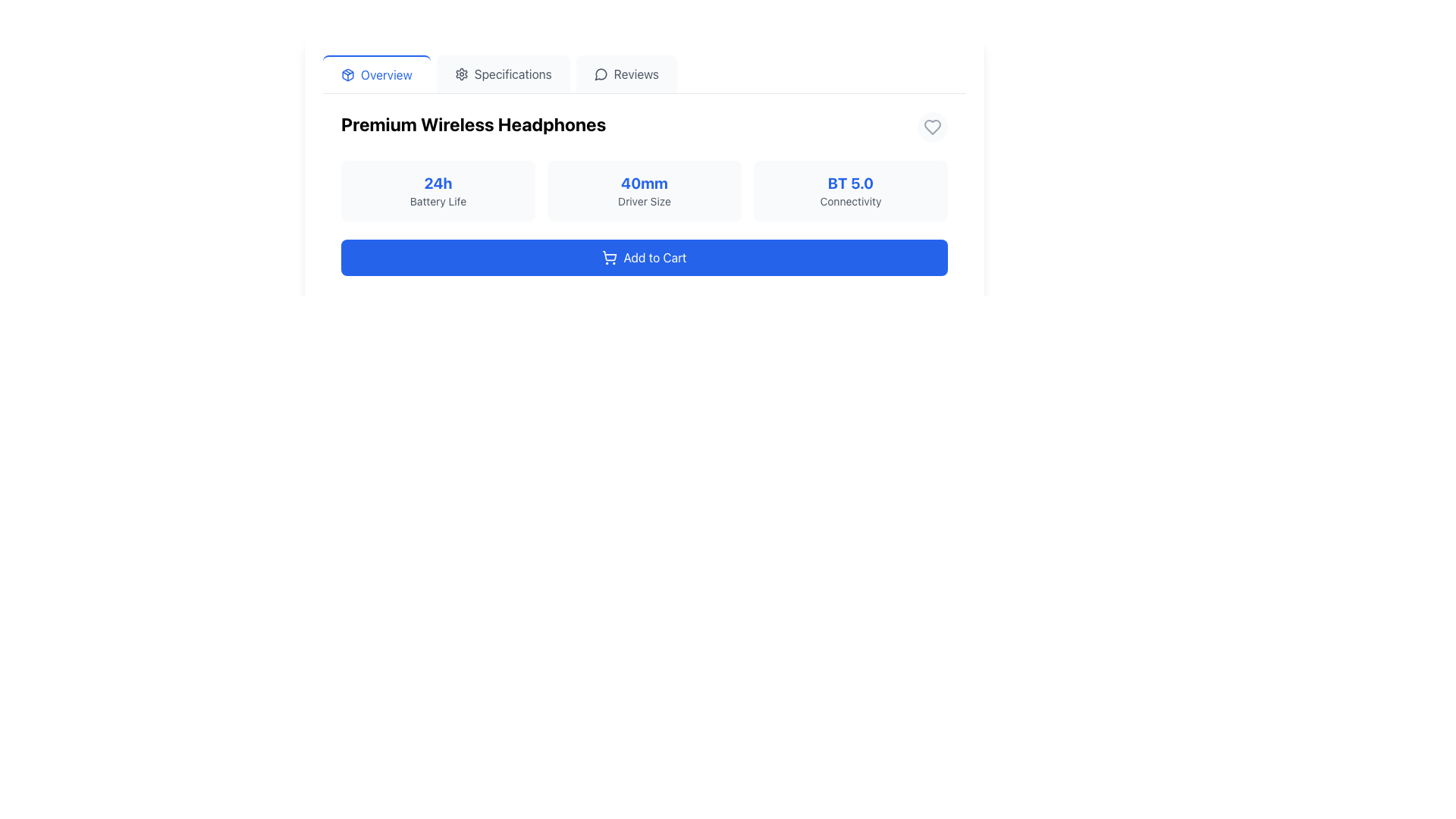  I want to click on the informational card displaying '24h' in bold blue font with 'Battery Life' below it, located in the upper-middle section of the interface, so click(437, 190).